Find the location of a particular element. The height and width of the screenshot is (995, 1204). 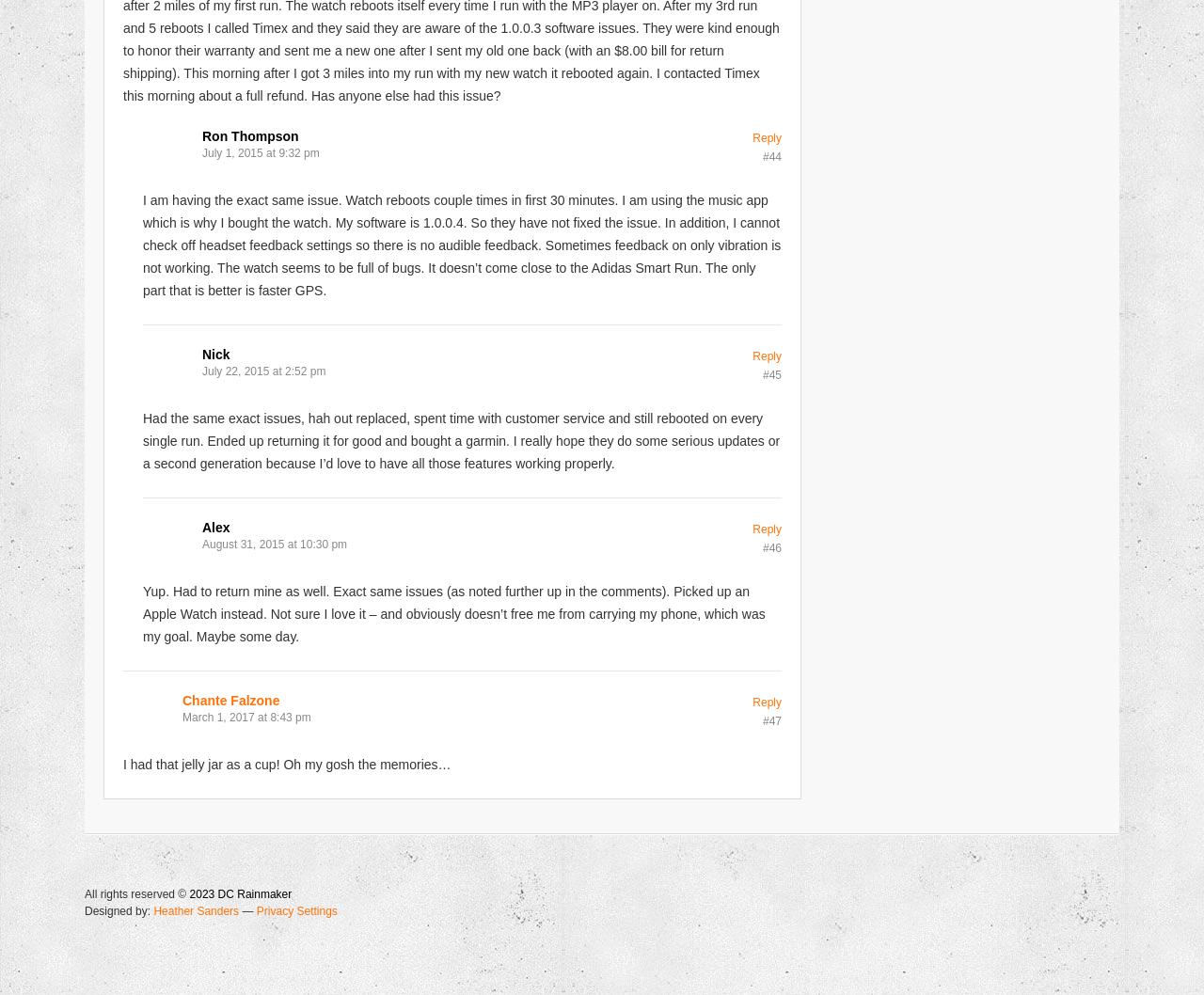

'July 22, 2015 at 2:52 pm' is located at coordinates (262, 370).